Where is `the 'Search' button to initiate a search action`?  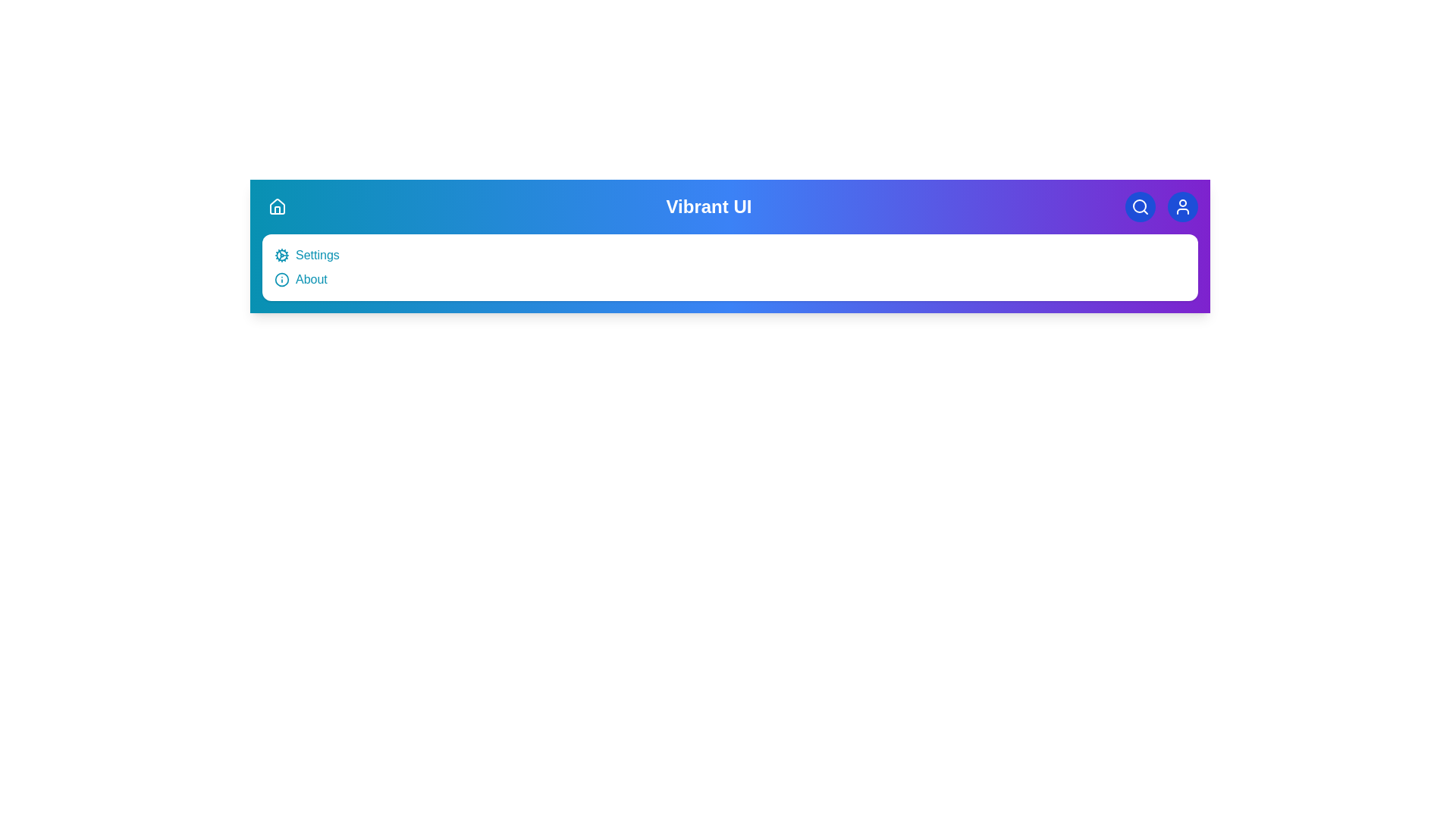 the 'Search' button to initiate a search action is located at coordinates (1140, 207).